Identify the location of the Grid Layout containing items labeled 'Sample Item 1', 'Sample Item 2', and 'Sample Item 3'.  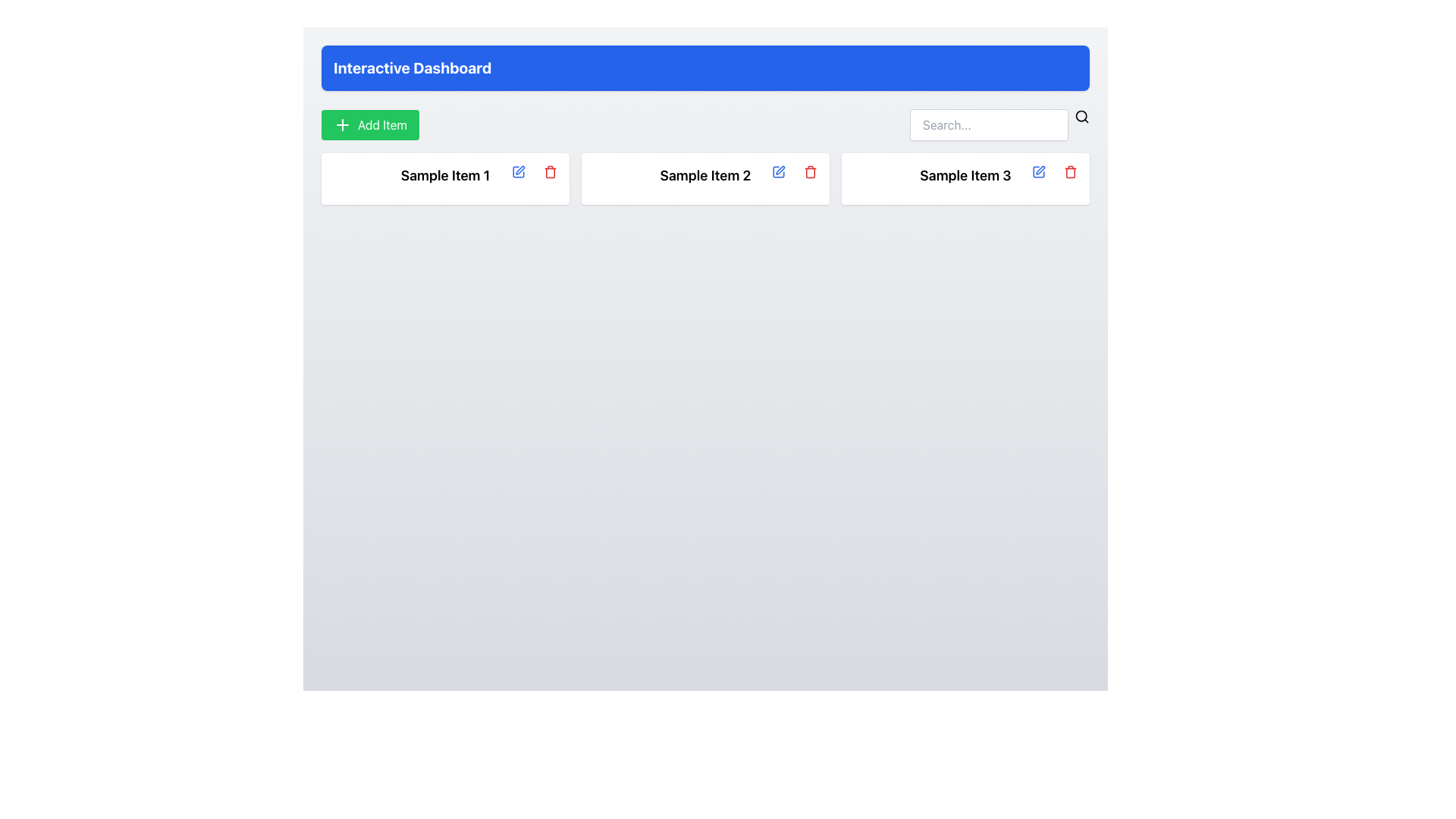
(704, 177).